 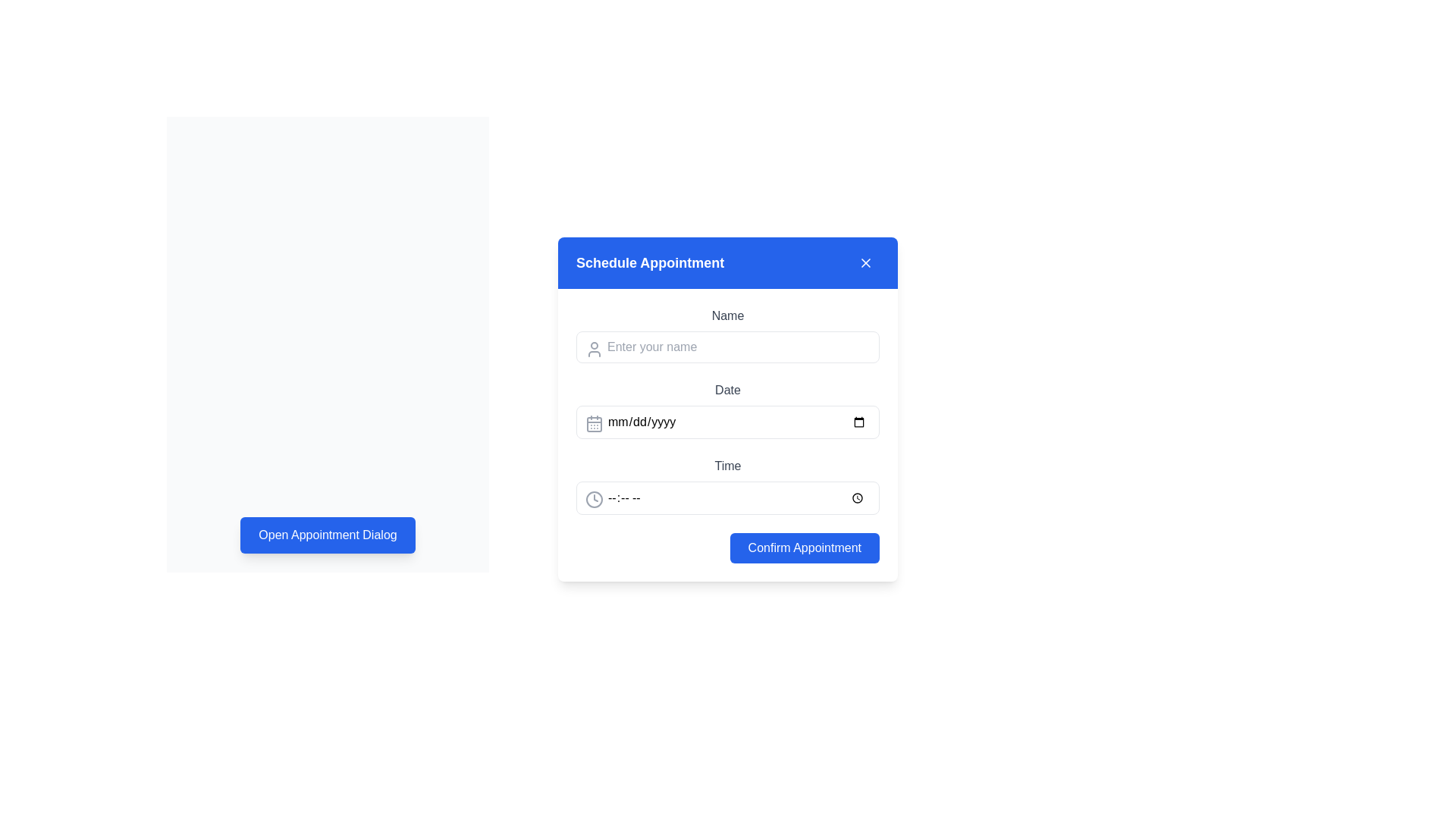 I want to click on the circular button with a close icon in the header of the 'Schedule Appointment' modal, so click(x=866, y=262).